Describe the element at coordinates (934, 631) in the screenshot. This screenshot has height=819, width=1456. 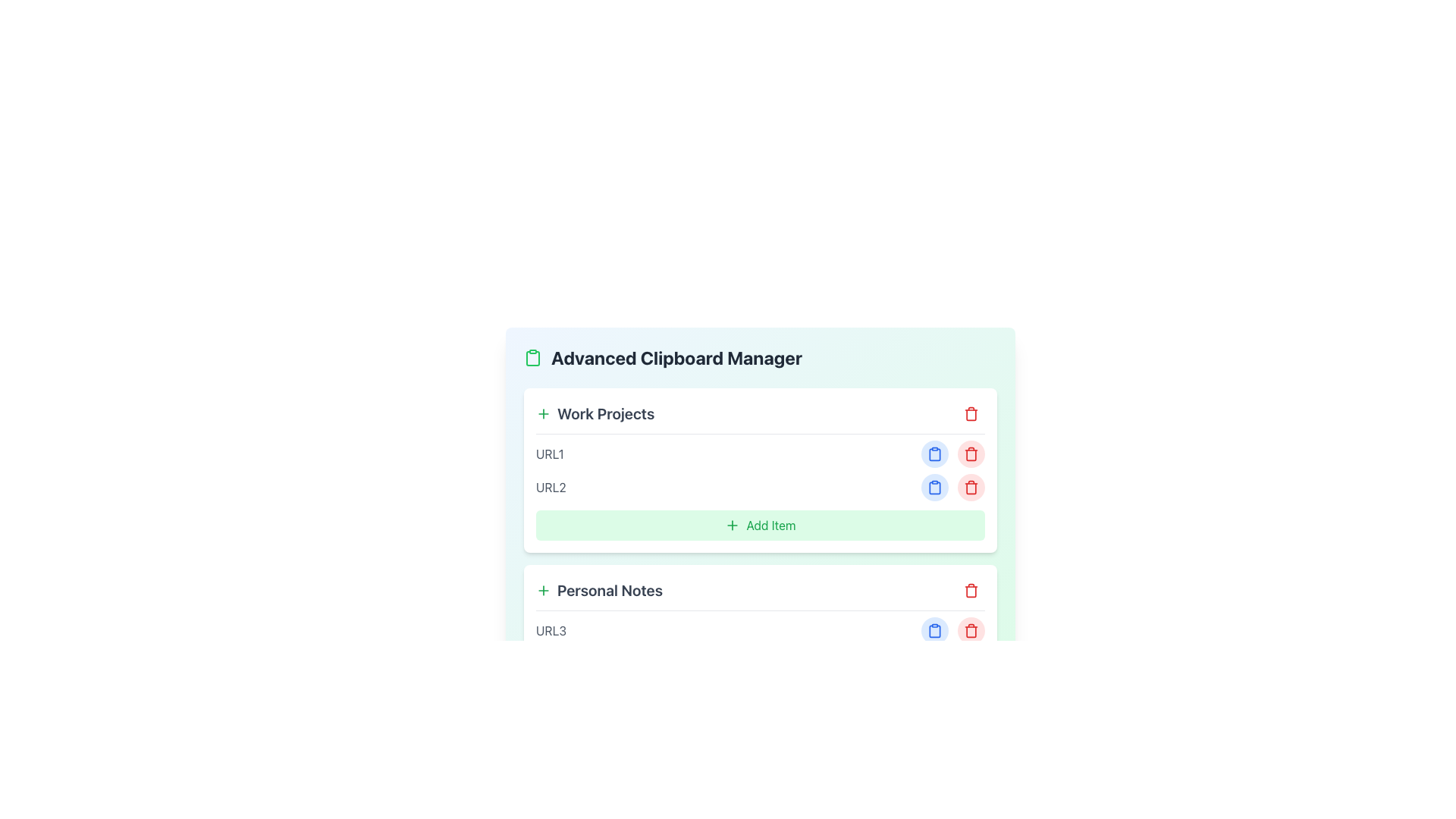
I see `the clipboard-shaped icon button with a blue color located in the 'Personal Notes' section to initiate the copy action` at that location.